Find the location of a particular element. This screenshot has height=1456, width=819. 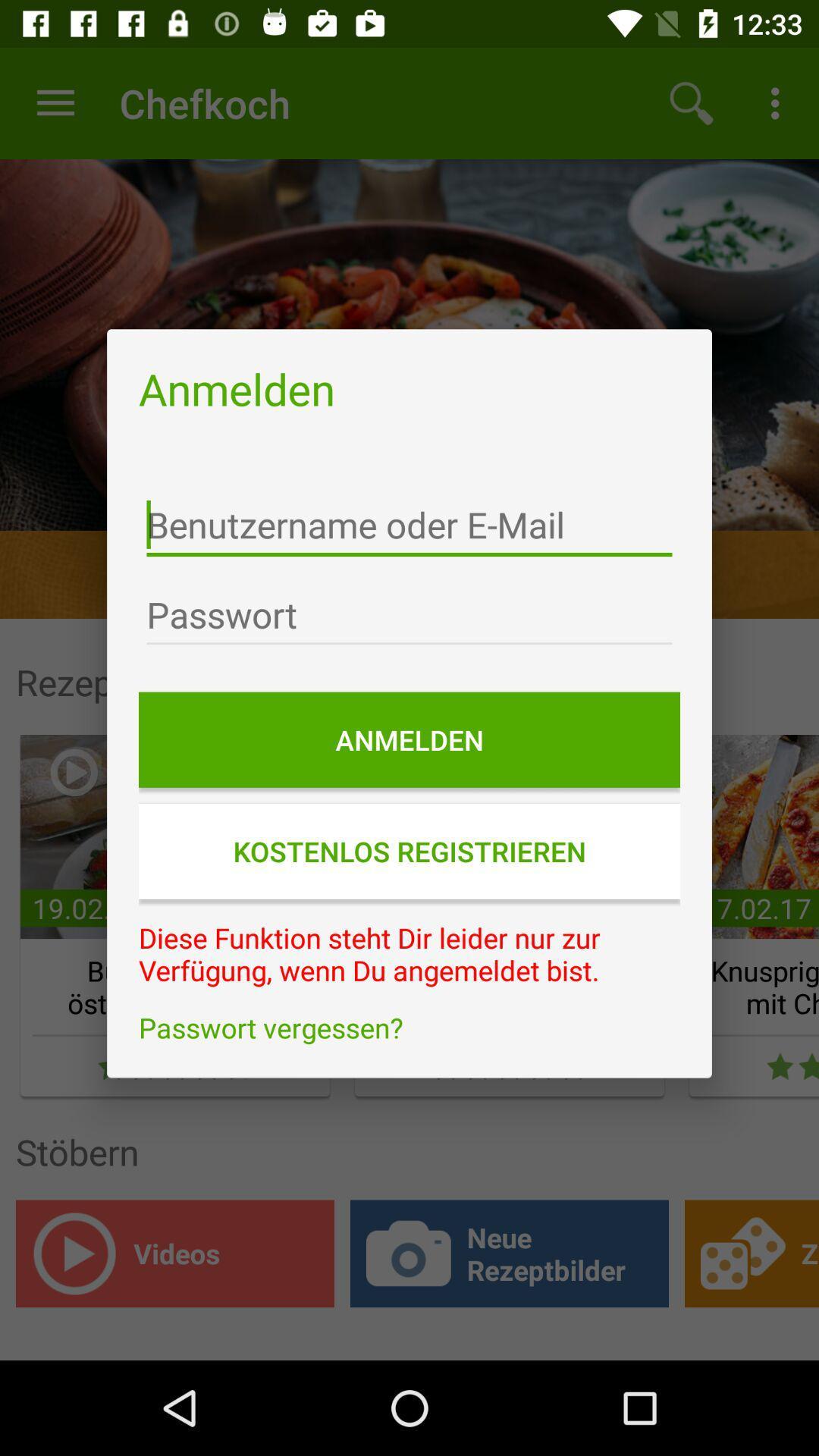

the icon at the bottom is located at coordinates (409, 1028).